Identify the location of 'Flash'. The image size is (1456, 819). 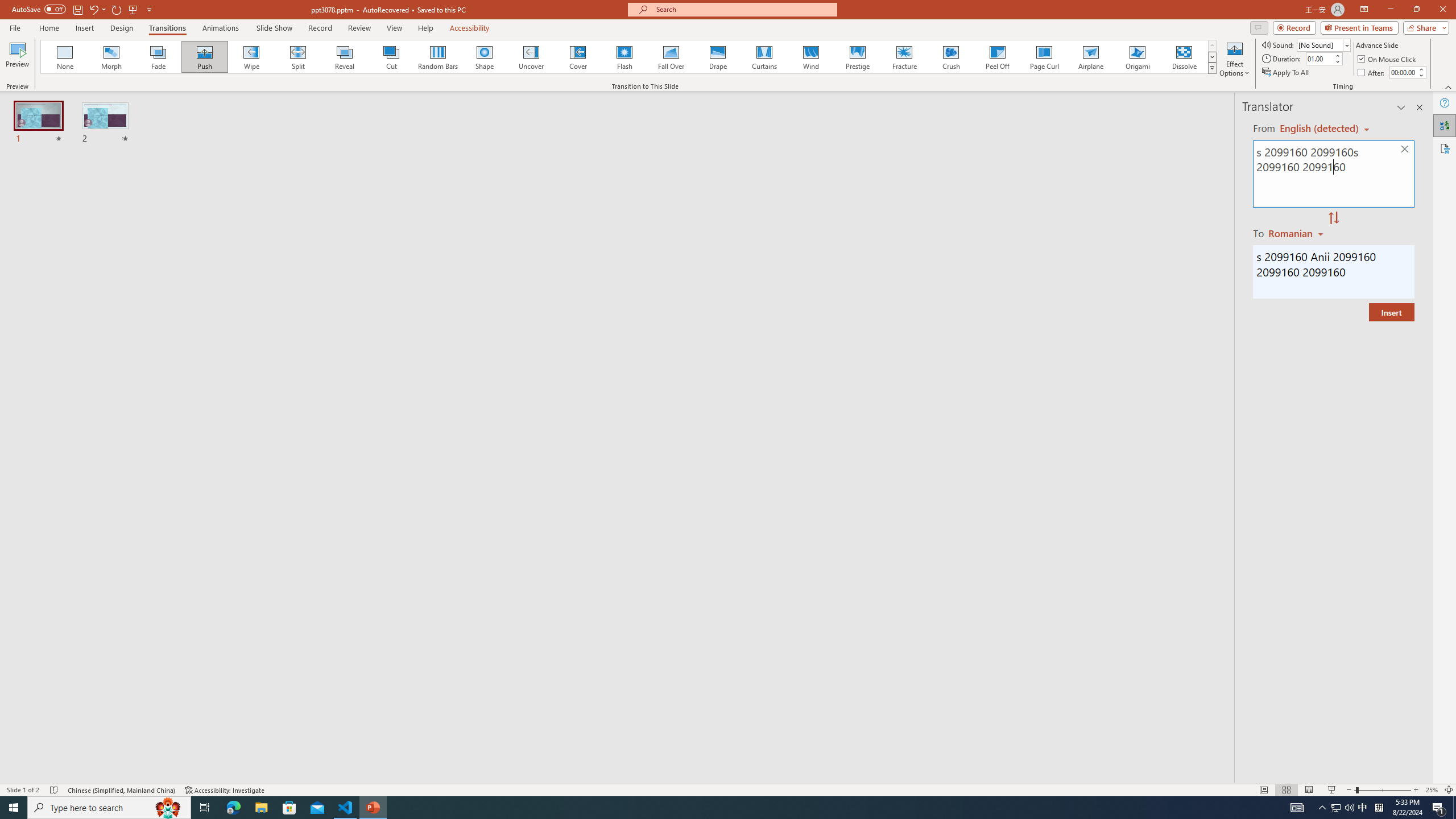
(624, 56).